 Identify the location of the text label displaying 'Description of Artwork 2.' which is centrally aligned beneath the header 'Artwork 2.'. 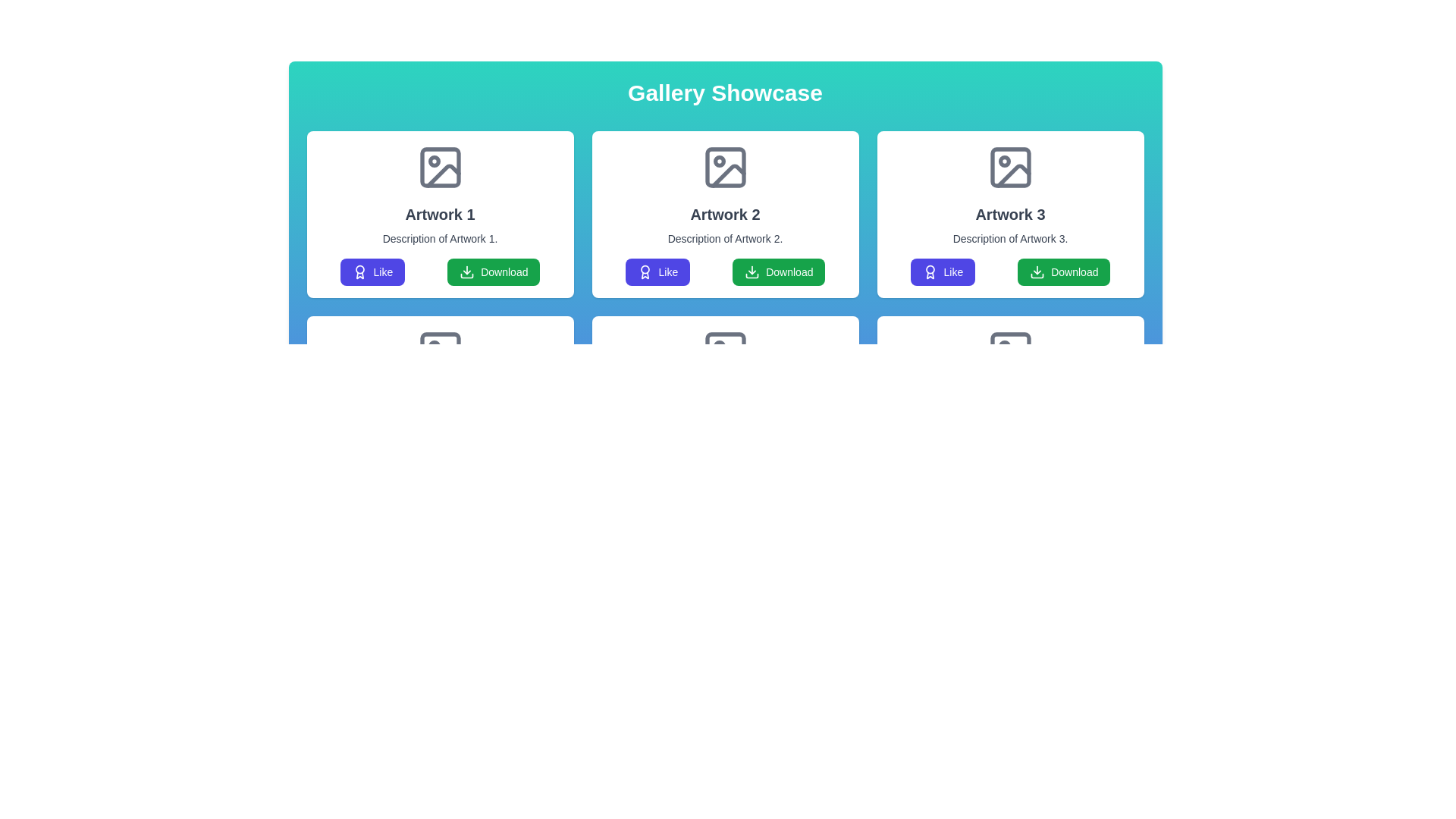
(724, 239).